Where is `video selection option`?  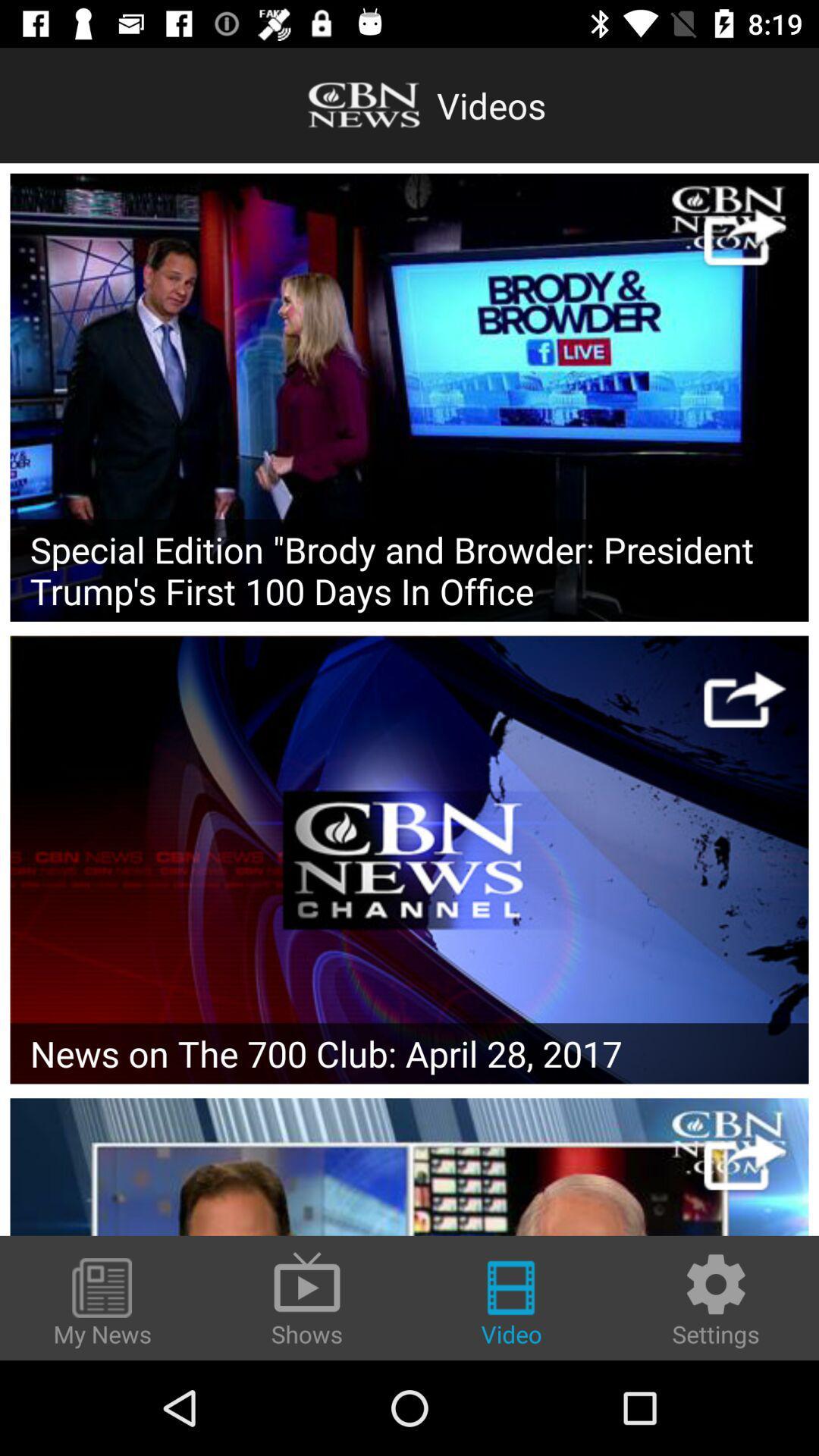
video selection option is located at coordinates (409, 397).